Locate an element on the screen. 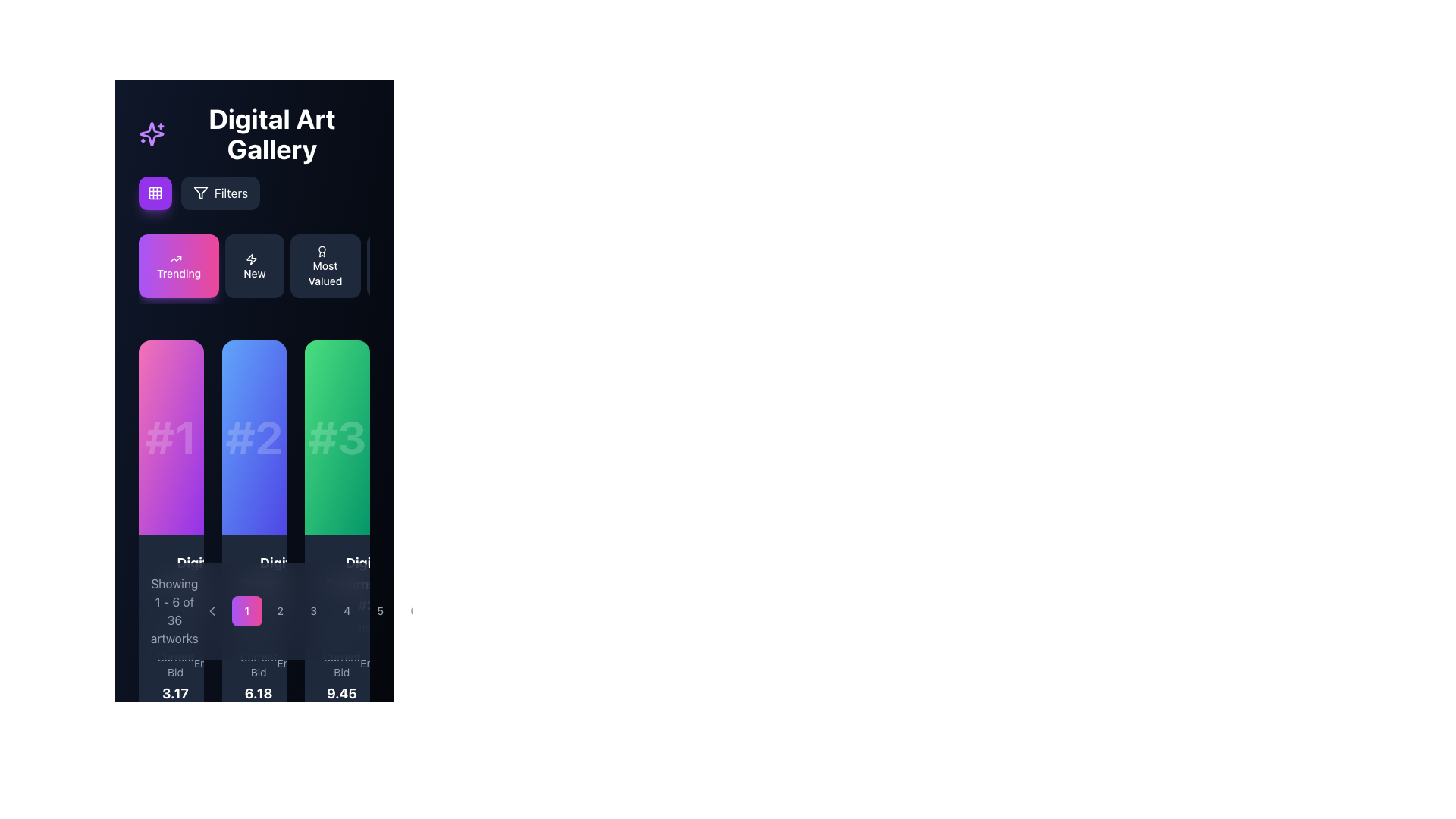  the rightward chevron arrow button located on the right side of the pagination interface is located at coordinates (447, 610).